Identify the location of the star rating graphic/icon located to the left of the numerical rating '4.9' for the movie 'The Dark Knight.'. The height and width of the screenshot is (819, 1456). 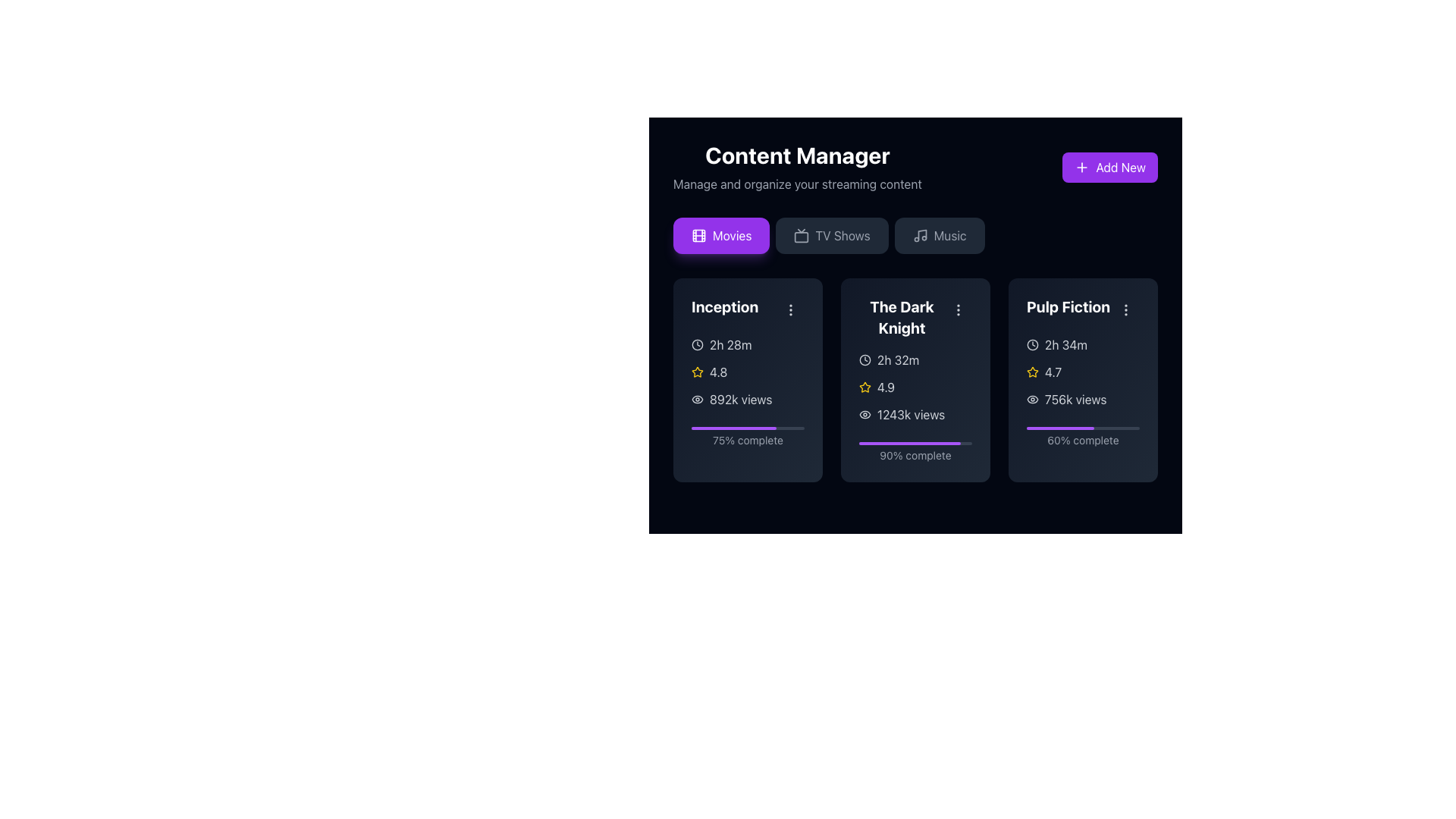
(865, 386).